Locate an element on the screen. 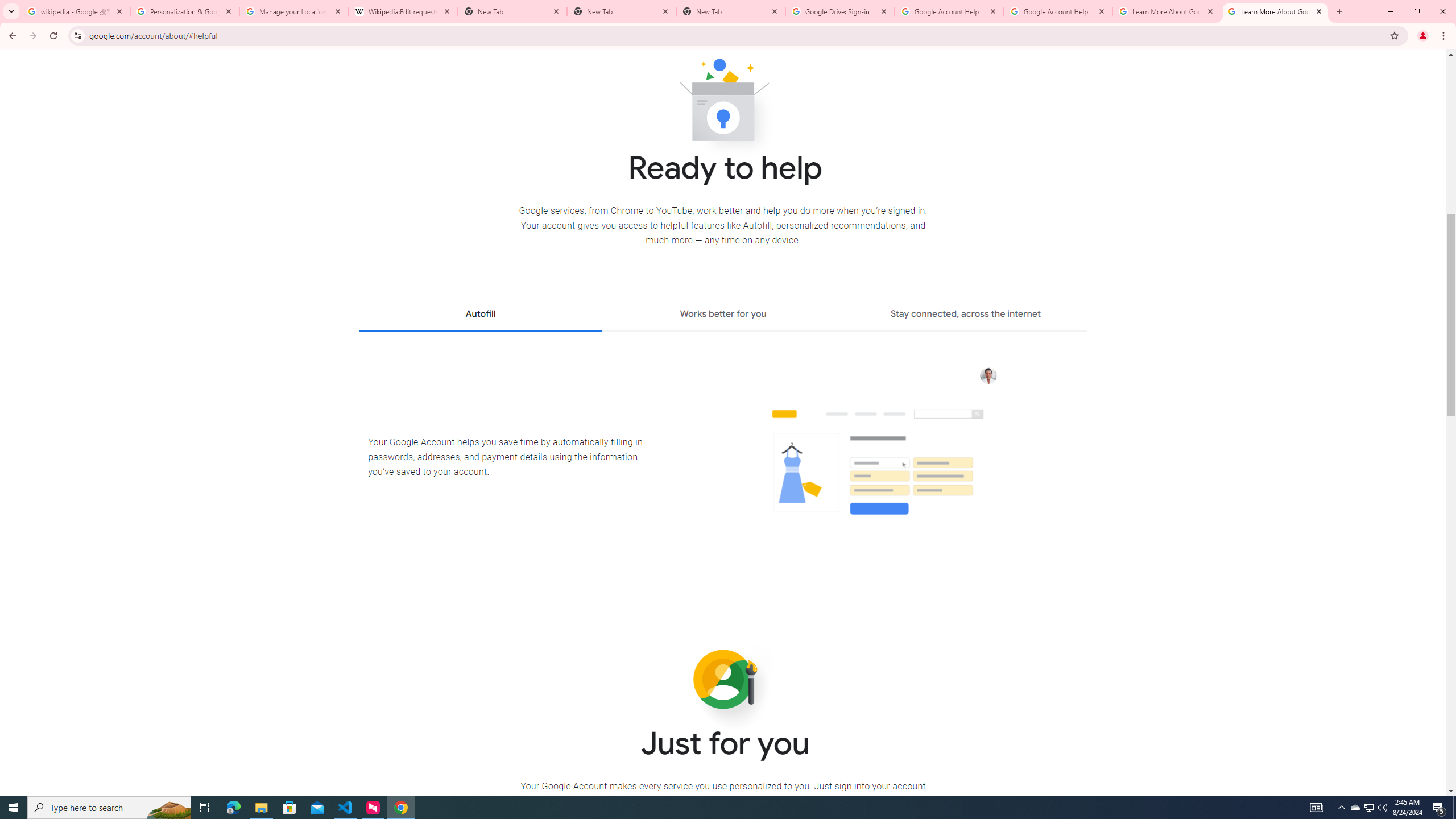 This screenshot has height=819, width=1456. 'Manage your Location History - Google Search Help' is located at coordinates (294, 11).